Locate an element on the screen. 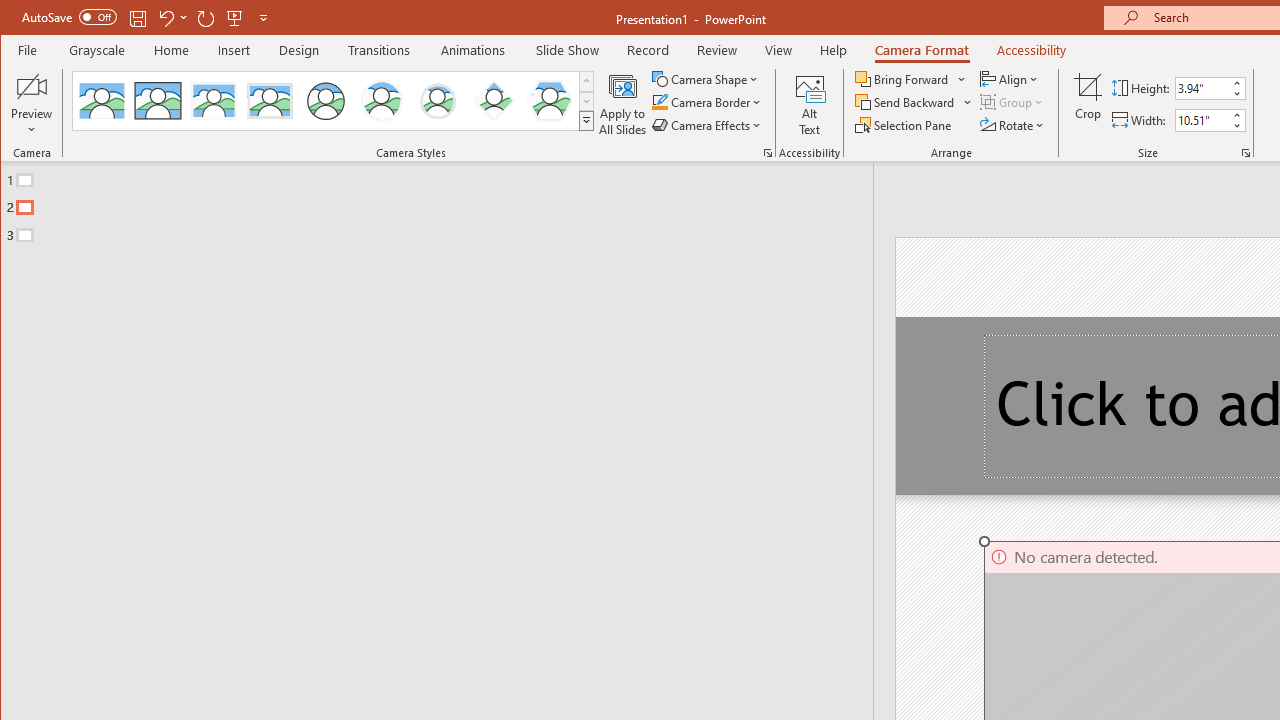  'Camera Styles' is located at coordinates (585, 120).